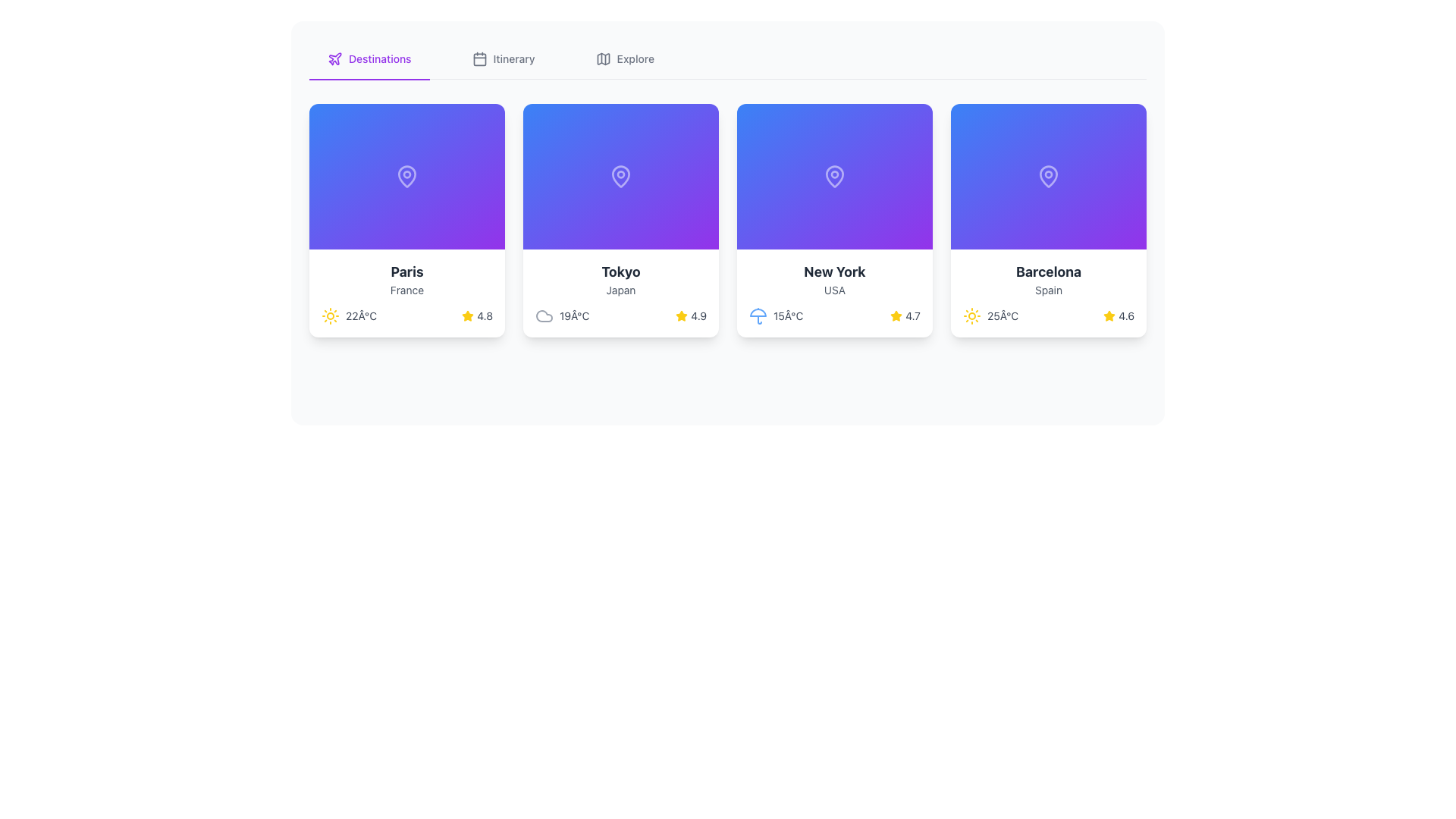 The height and width of the screenshot is (819, 1456). What do you see at coordinates (369, 58) in the screenshot?
I see `the 'Destinations' navigation tab, which is the first item in the horizontal navigation bar and features a purple font with an airplane icon on the left side` at bounding box center [369, 58].